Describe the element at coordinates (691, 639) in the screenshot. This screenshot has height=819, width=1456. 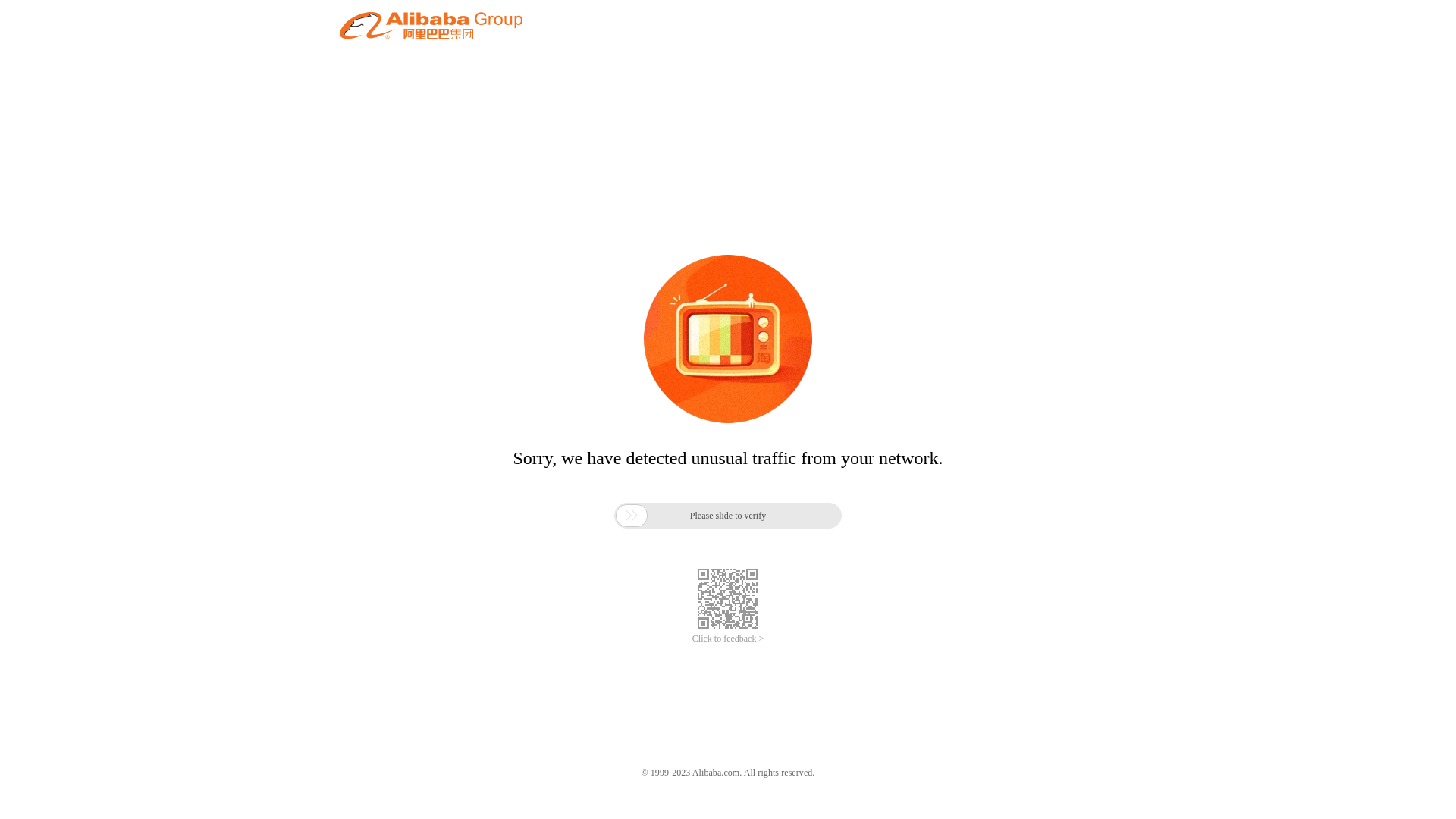
I see `'Click to feedback >'` at that location.